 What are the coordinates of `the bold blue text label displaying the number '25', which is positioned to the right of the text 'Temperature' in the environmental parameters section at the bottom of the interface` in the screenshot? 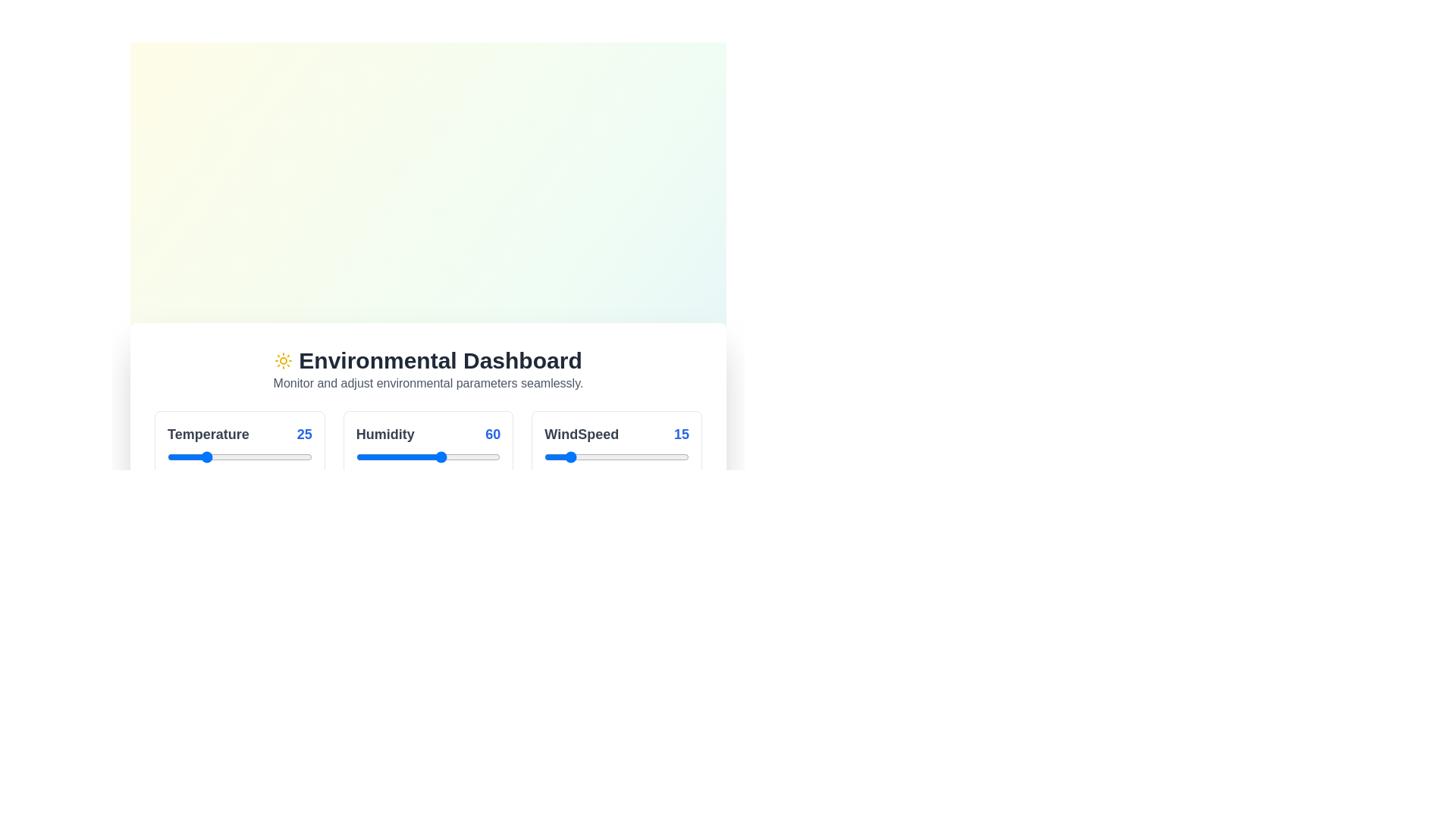 It's located at (303, 434).